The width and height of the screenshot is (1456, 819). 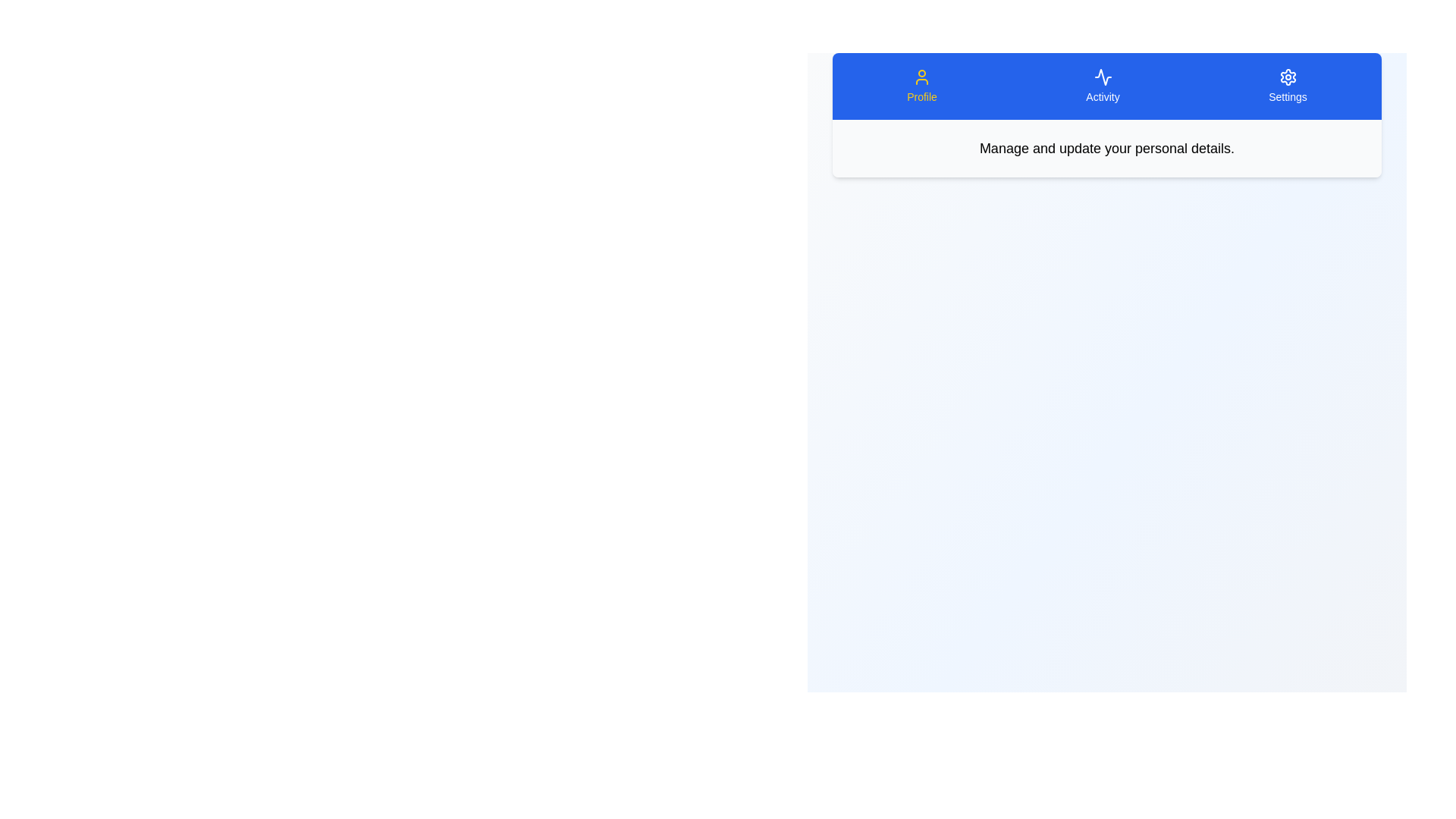 What do you see at coordinates (1287, 86) in the screenshot?
I see `the tab labeled Settings` at bounding box center [1287, 86].